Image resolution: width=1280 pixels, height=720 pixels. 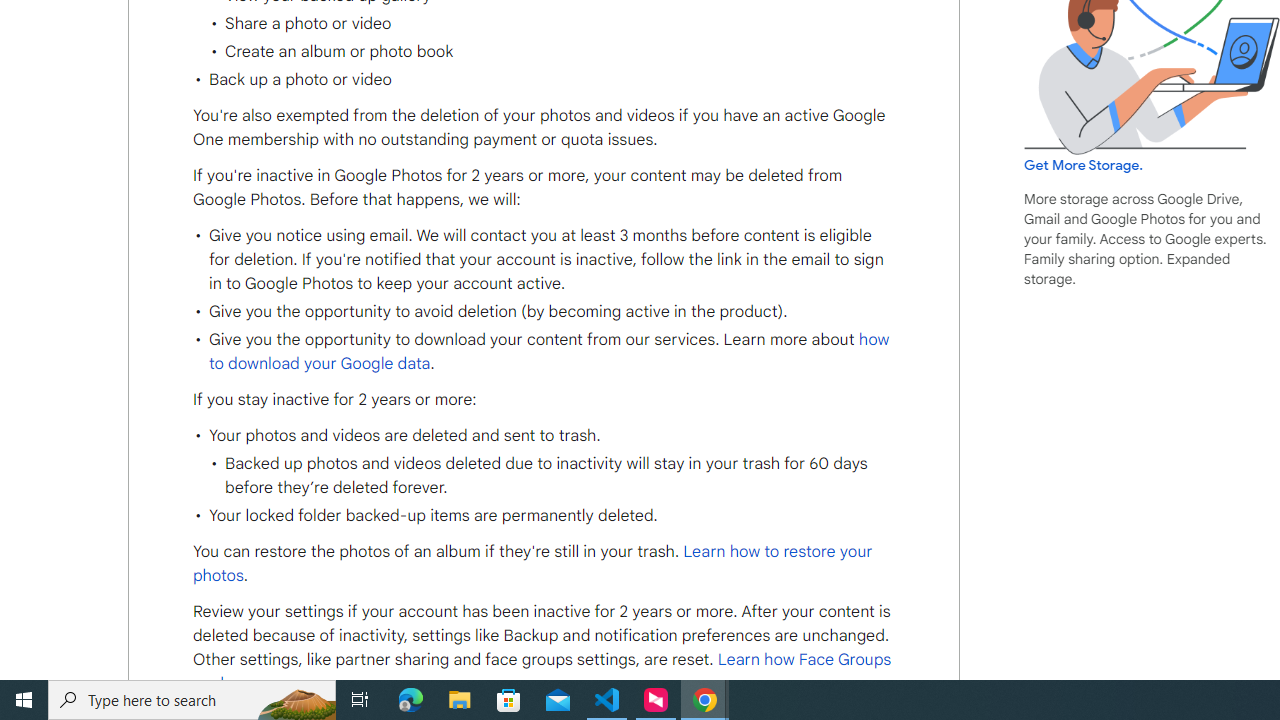 I want to click on 'Learn how to restore your photos', so click(x=533, y=564).